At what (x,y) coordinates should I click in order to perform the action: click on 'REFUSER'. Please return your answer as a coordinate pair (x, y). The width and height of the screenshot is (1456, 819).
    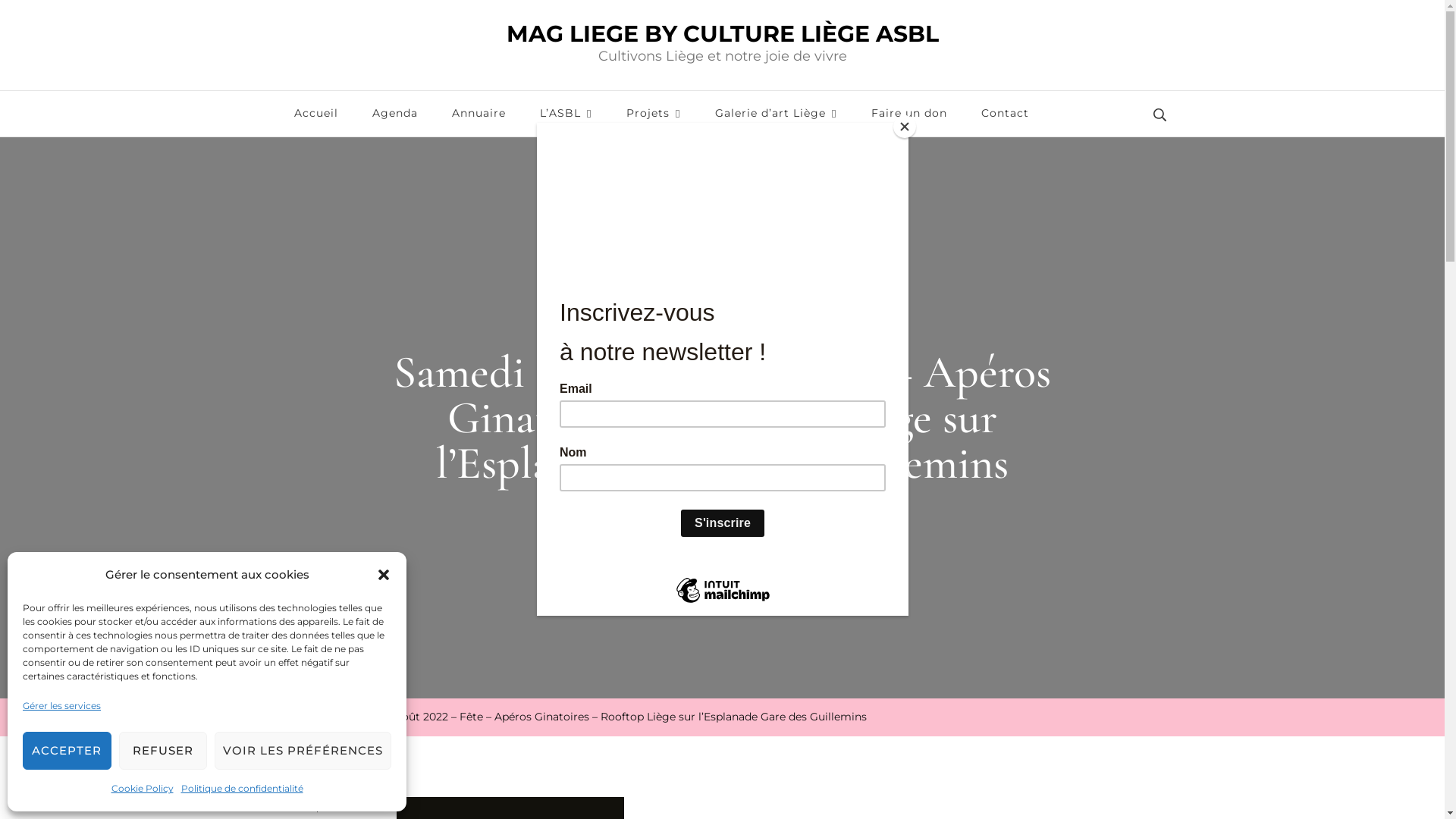
    Looking at the image, I should click on (162, 751).